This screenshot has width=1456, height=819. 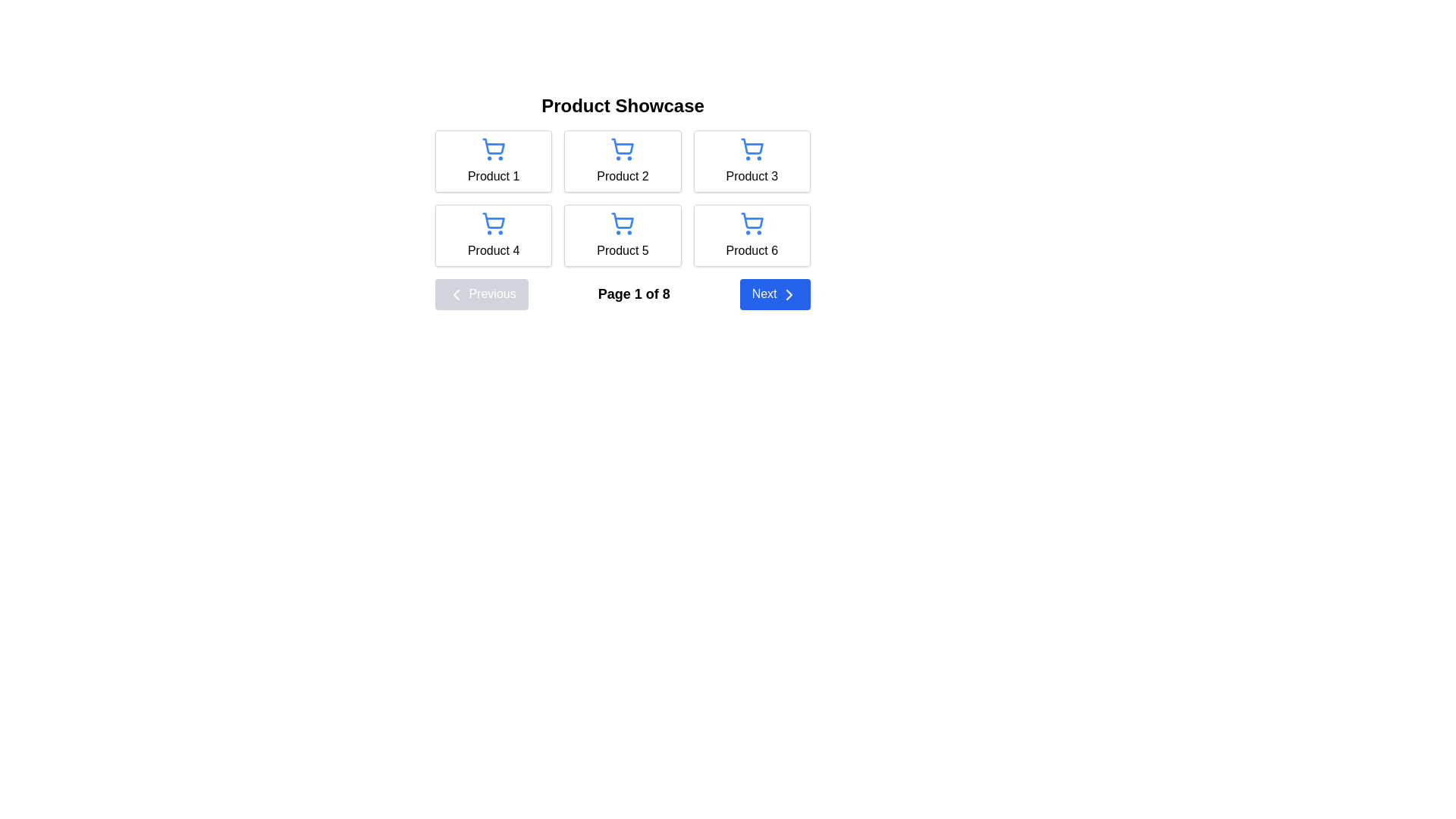 I want to click on the 'Previous' button with a blue-gray background and white text, so click(x=481, y=294).